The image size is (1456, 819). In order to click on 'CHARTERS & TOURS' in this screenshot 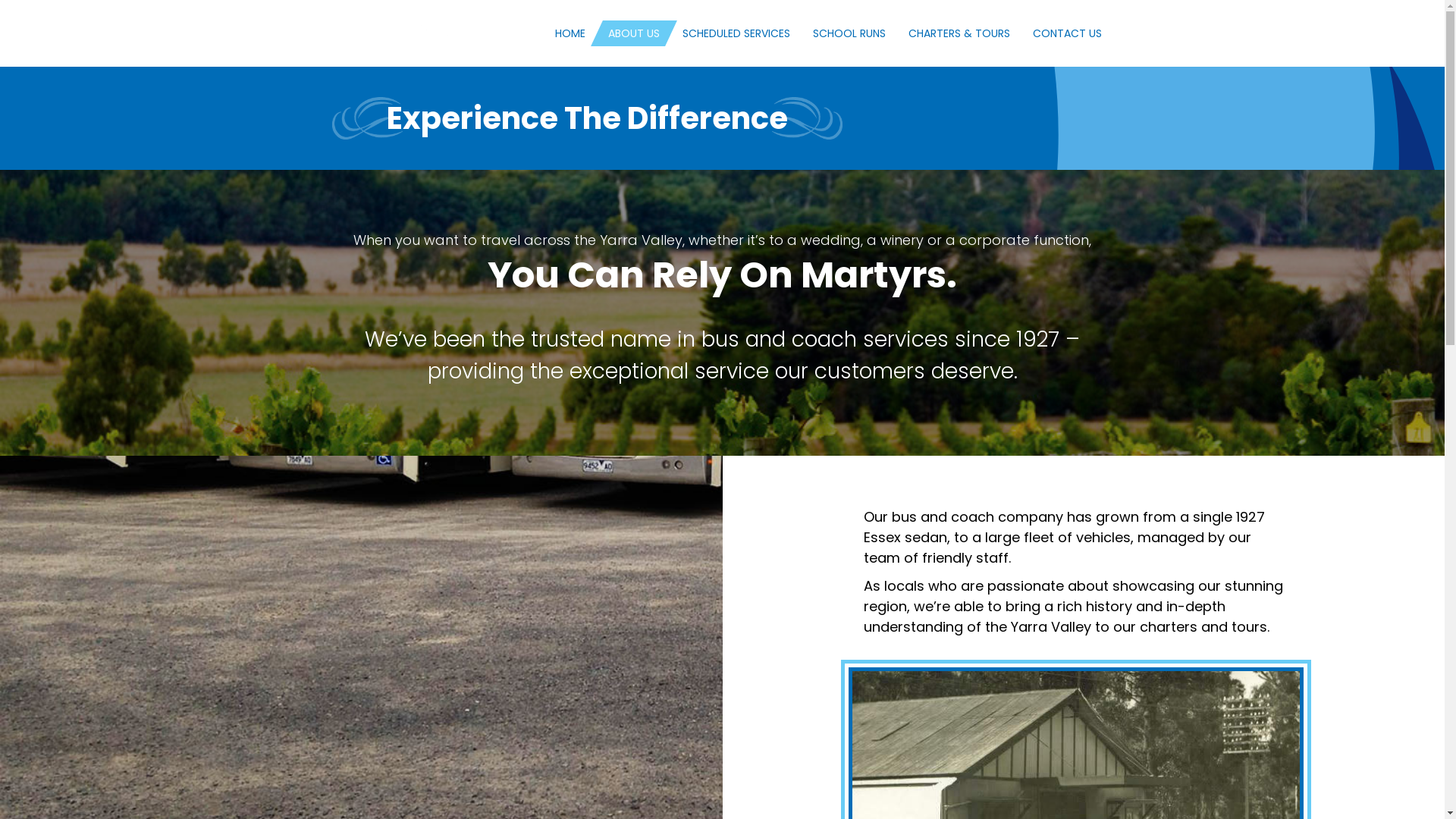, I will do `click(952, 33)`.